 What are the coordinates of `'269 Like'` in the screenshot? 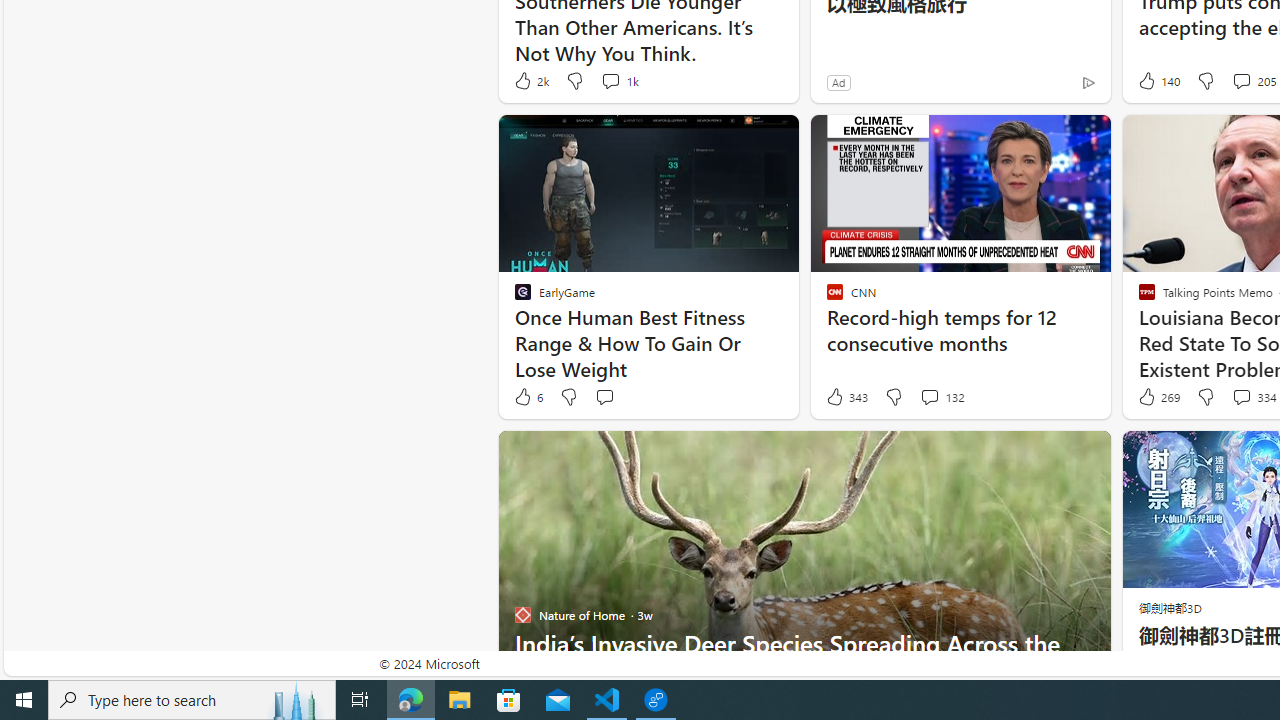 It's located at (1157, 397).